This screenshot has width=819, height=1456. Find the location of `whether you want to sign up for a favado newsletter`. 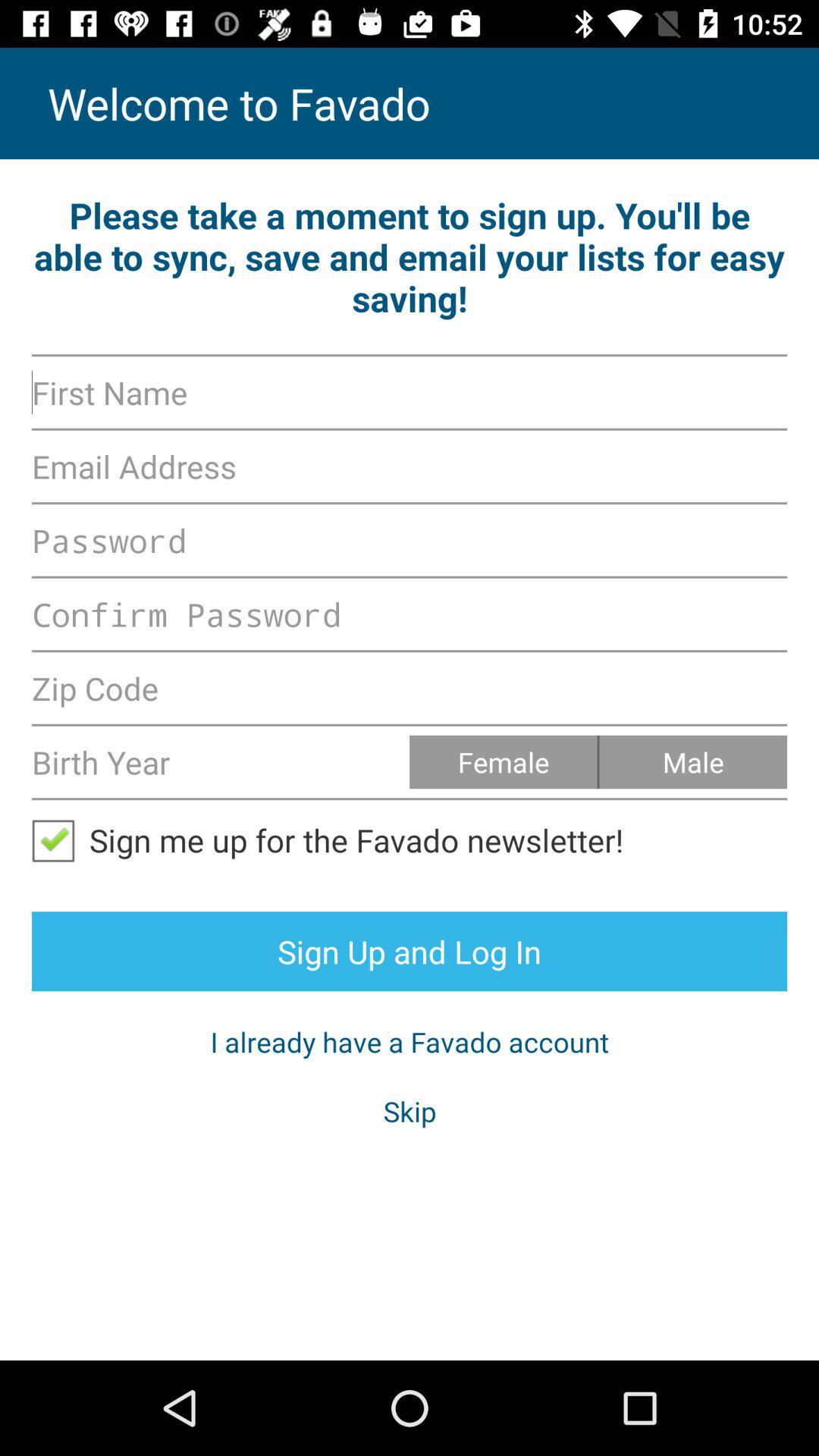

whether you want to sign up for a favado newsletter is located at coordinates (59, 839).